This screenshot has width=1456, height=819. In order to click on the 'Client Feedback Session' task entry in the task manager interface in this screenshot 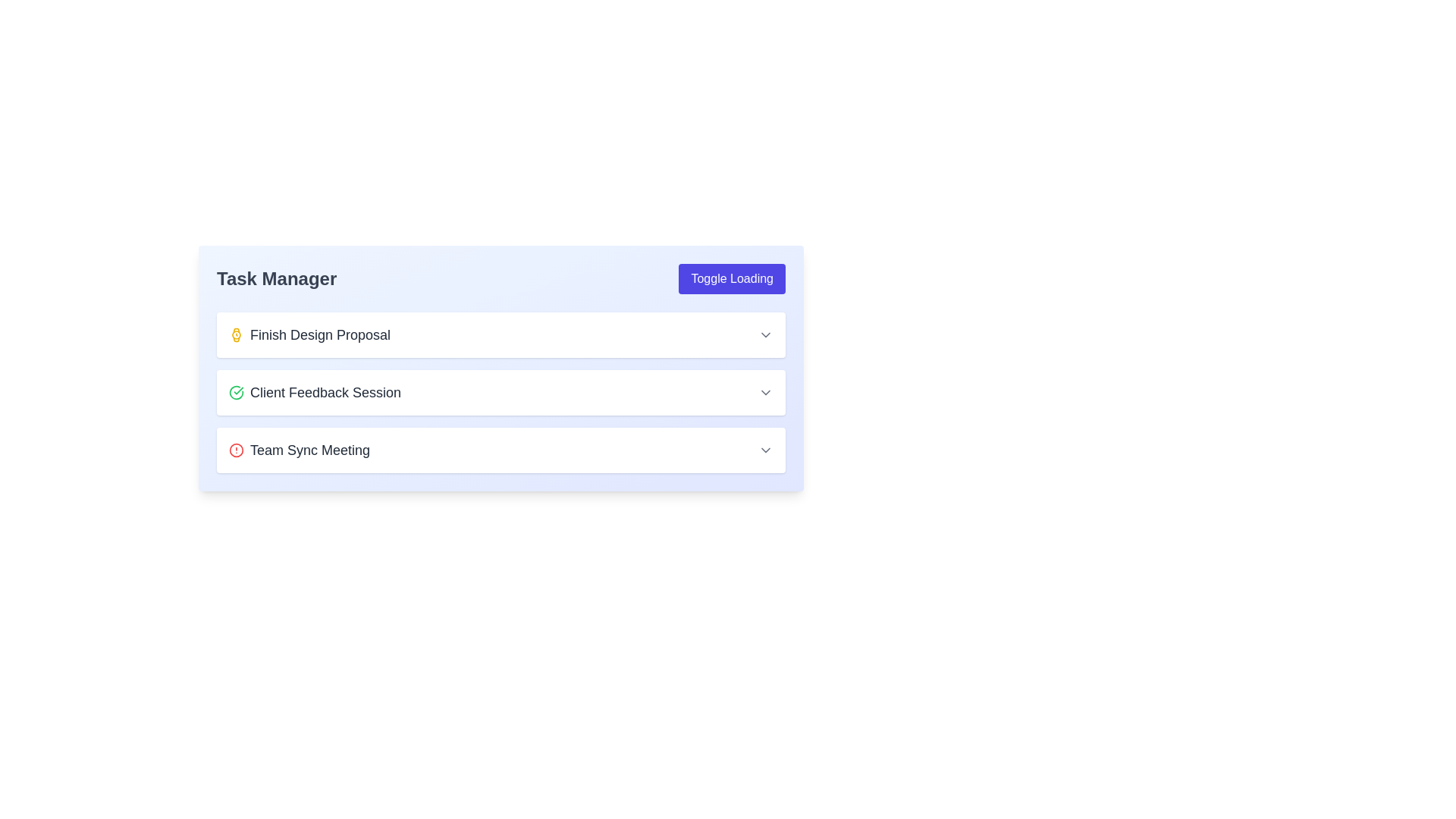, I will do `click(501, 391)`.